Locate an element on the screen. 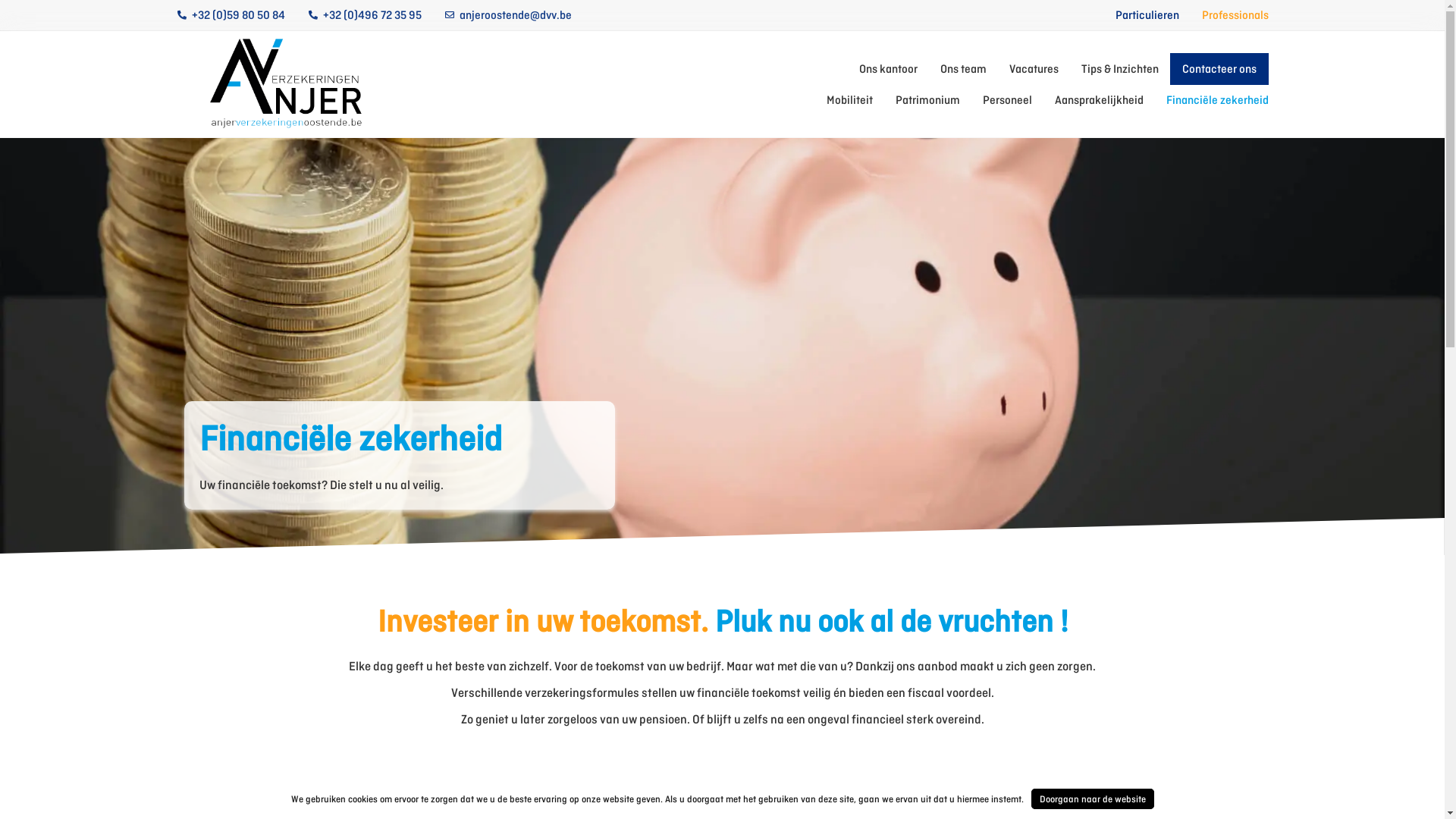  'Patrimonium' is located at coordinates (895, 99).